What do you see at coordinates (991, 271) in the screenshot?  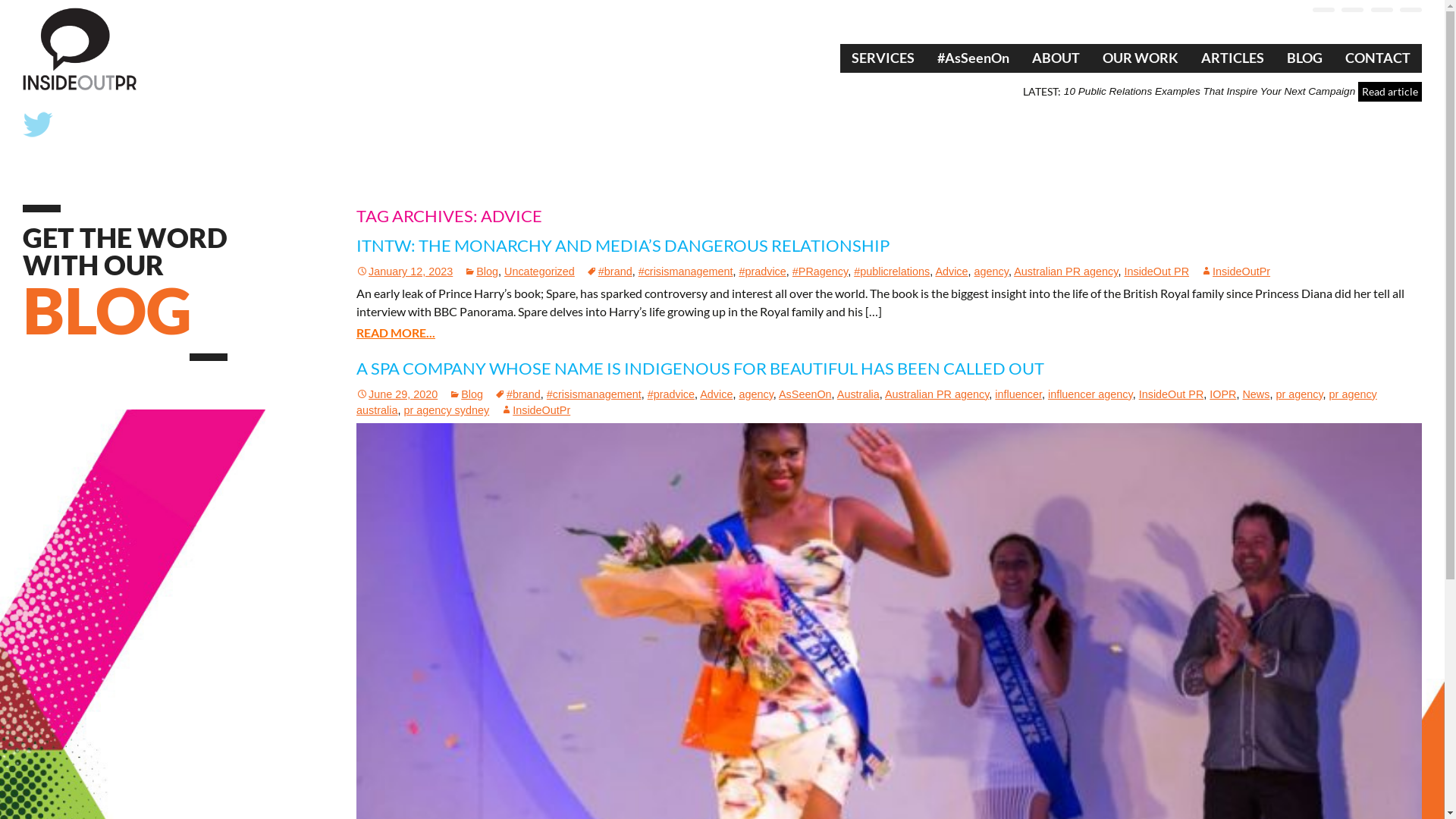 I see `'agency'` at bounding box center [991, 271].